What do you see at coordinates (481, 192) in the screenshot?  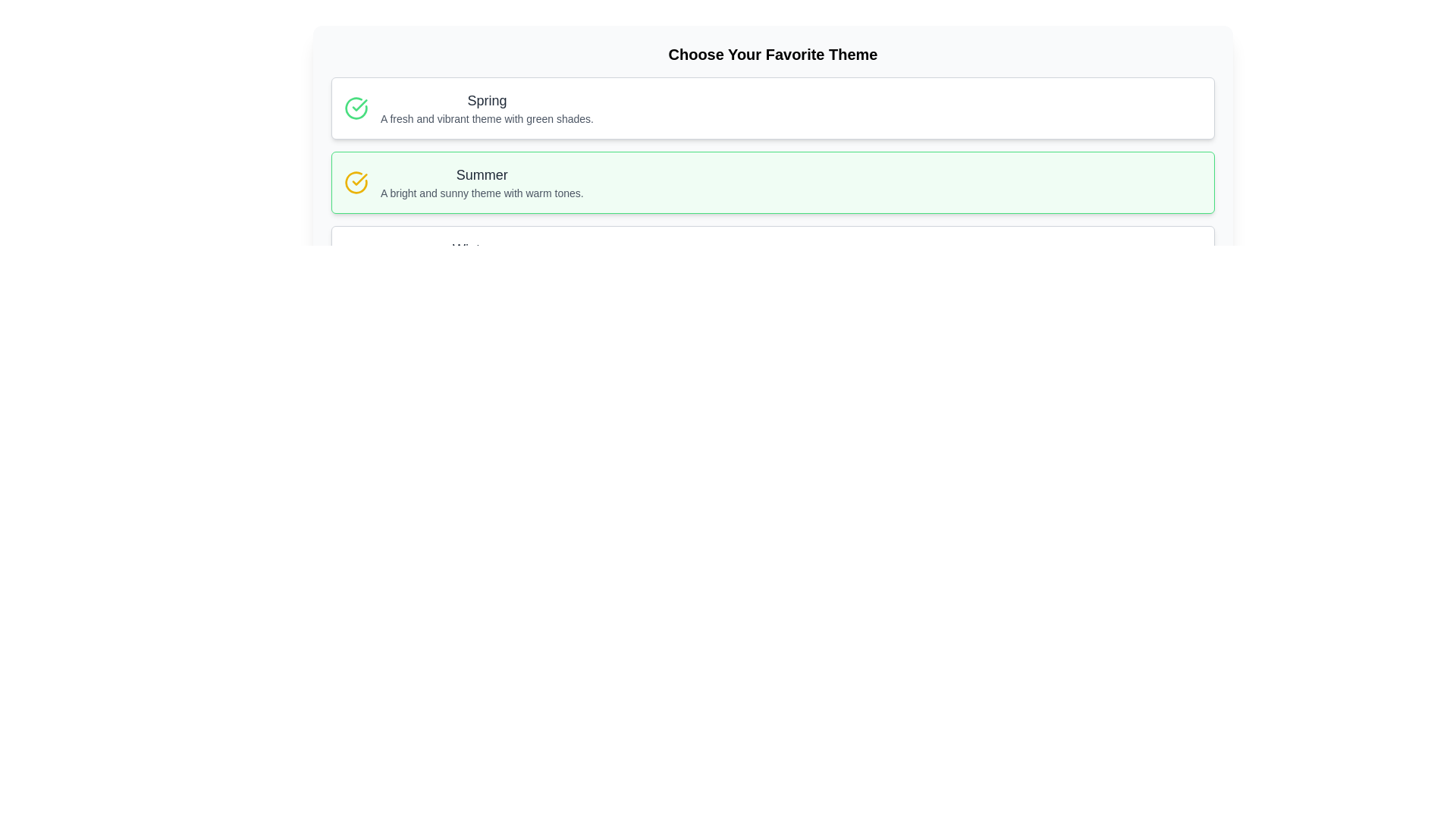 I see `descriptive text label that provides additional details about the 'Summer' theme, positioned beneath the main 'Summer' text` at bounding box center [481, 192].